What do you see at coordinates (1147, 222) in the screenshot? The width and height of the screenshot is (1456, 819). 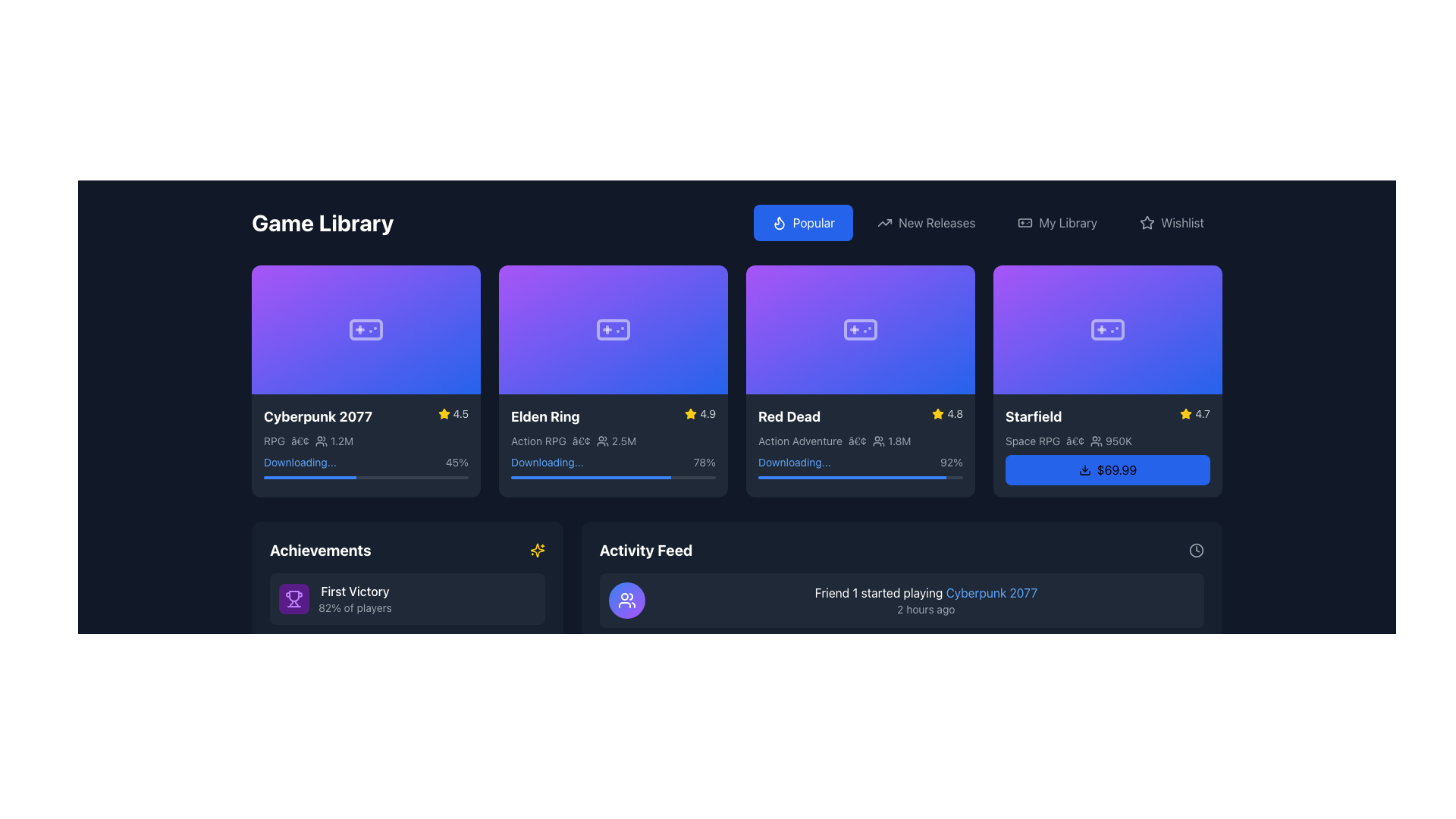 I see `the star icon representing the 'Wishlist' feature located in the navigation bar at the top-right corner of the interface` at bounding box center [1147, 222].